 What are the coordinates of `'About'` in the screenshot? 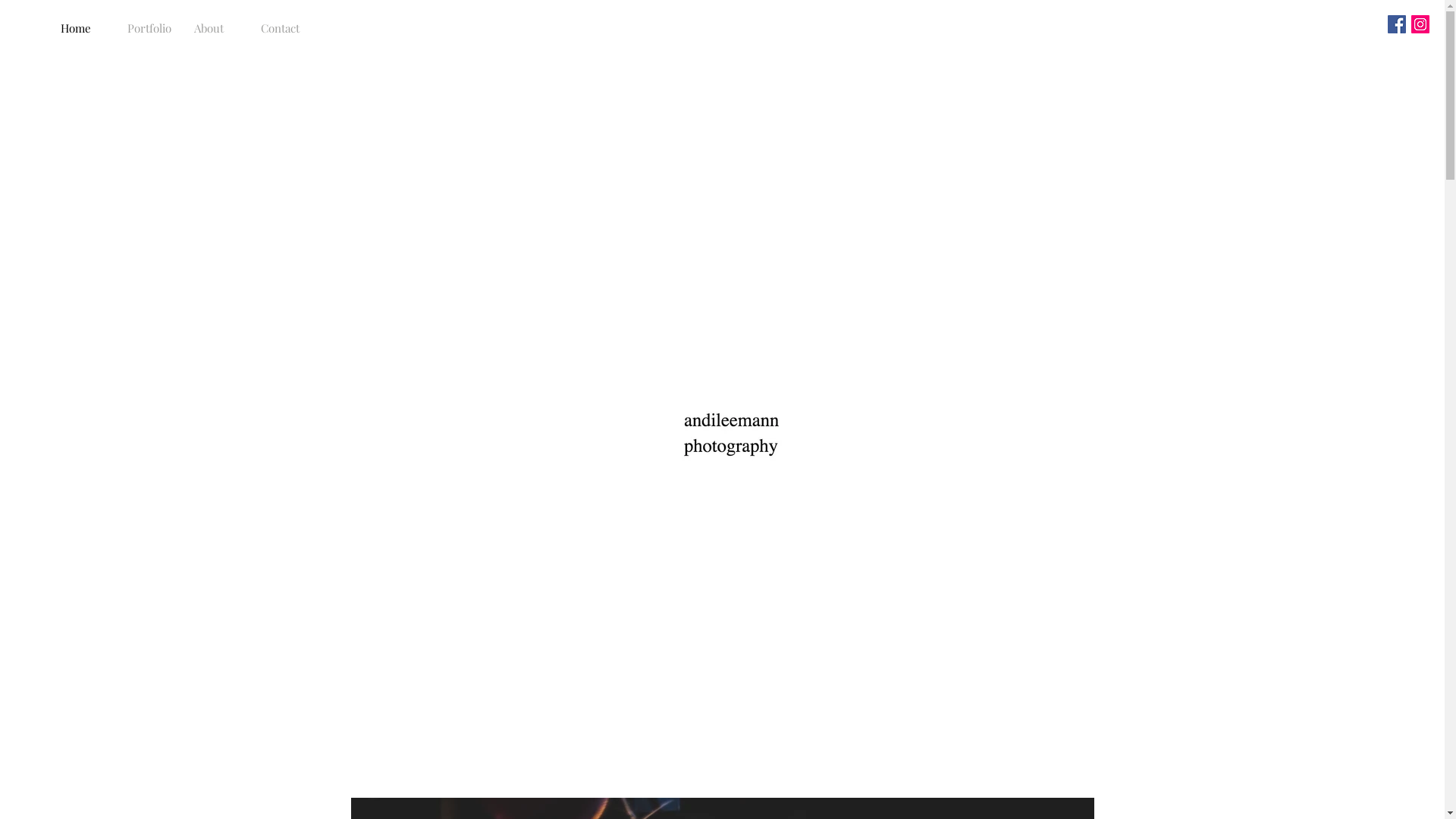 It's located at (215, 28).